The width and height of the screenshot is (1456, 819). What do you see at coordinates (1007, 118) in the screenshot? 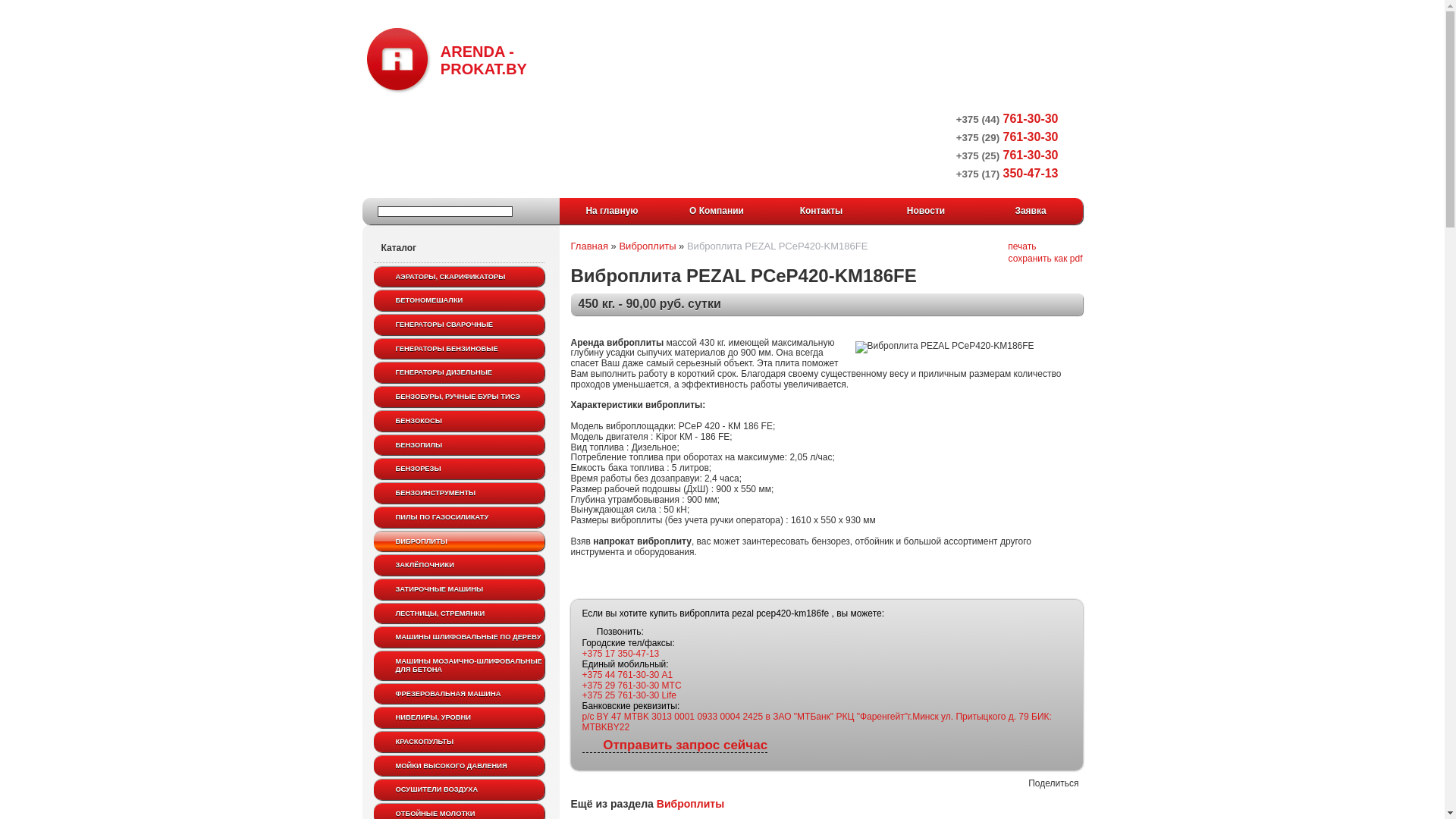
I see `'+375 (44) 761-30-30'` at bounding box center [1007, 118].